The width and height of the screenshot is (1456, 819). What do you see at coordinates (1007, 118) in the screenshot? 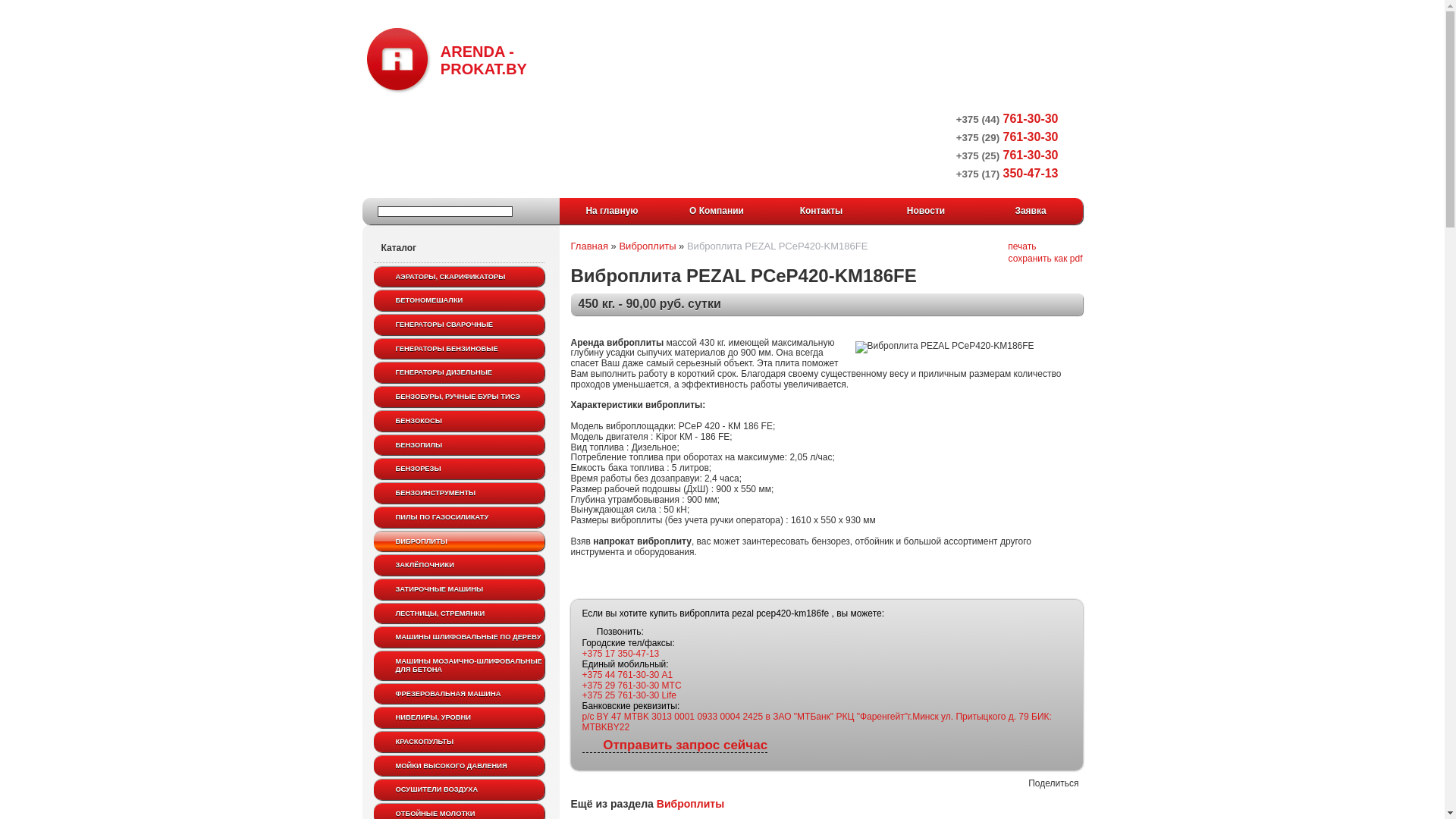
I see `'+375 (44) 761-30-30'` at bounding box center [1007, 118].